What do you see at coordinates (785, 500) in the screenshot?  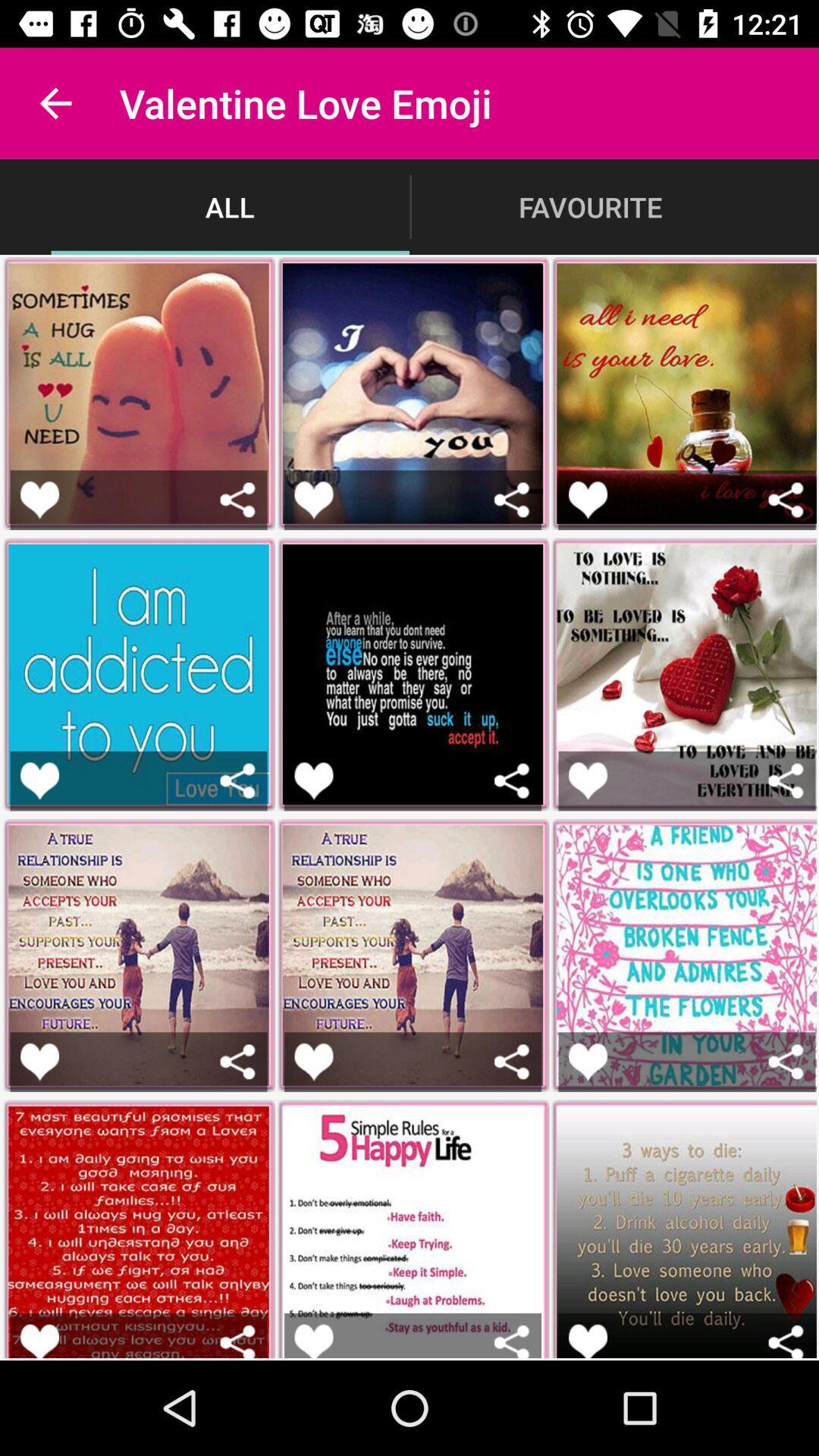 I see `share image` at bounding box center [785, 500].